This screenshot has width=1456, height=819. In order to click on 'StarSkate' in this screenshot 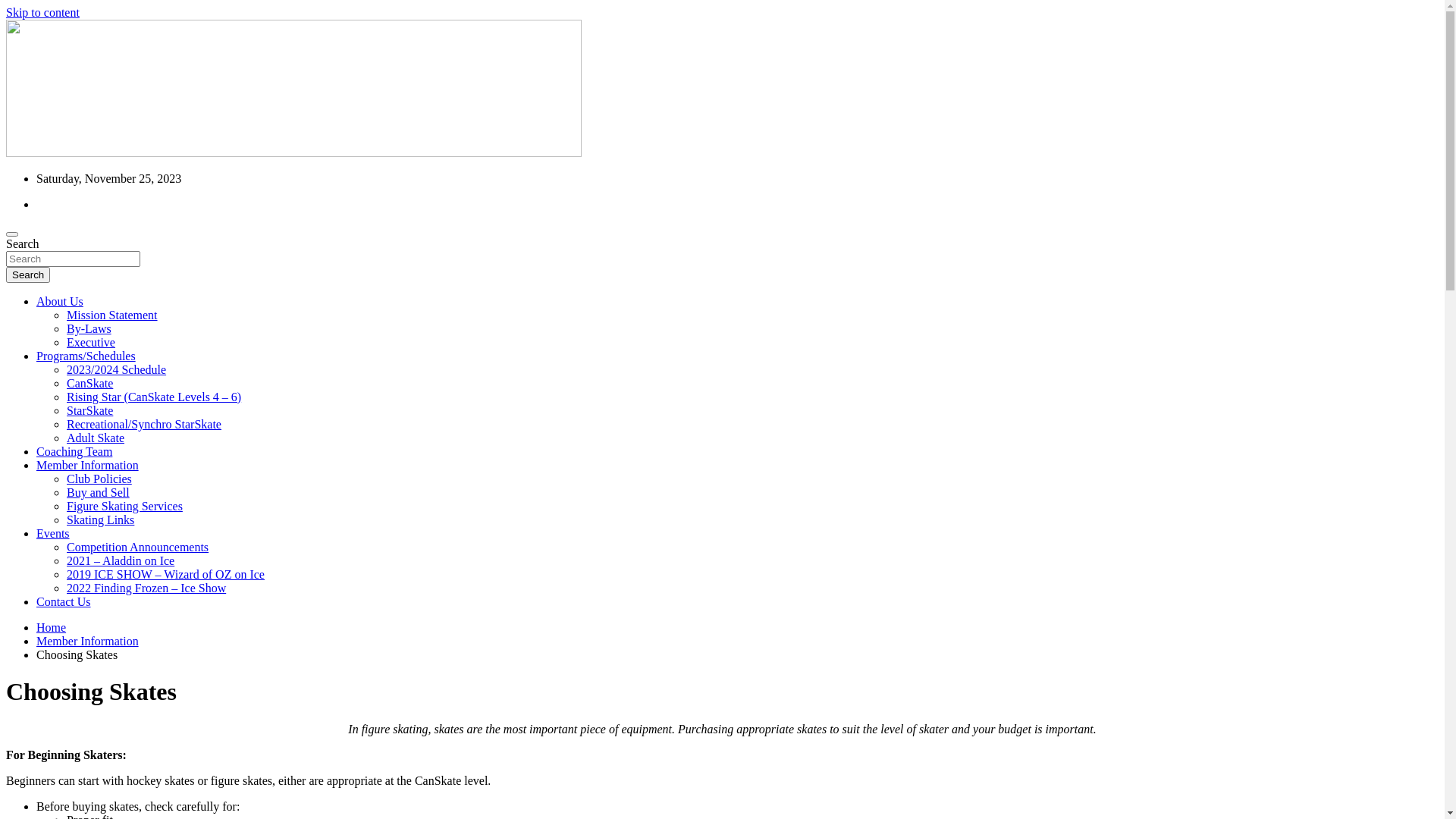, I will do `click(89, 410)`.